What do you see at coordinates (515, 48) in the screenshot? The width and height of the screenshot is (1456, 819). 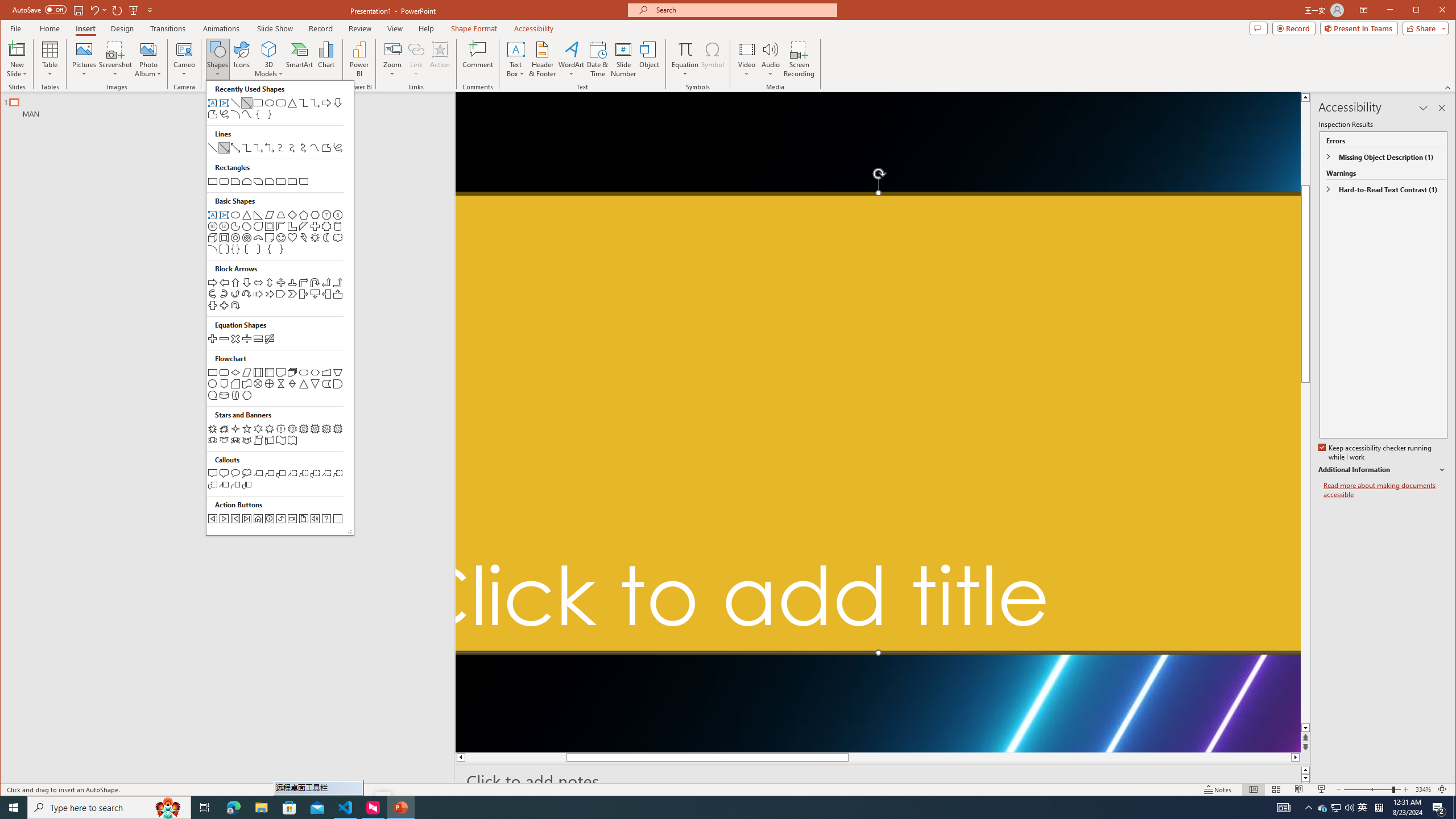 I see `'Draw Horizontal Text Box'` at bounding box center [515, 48].